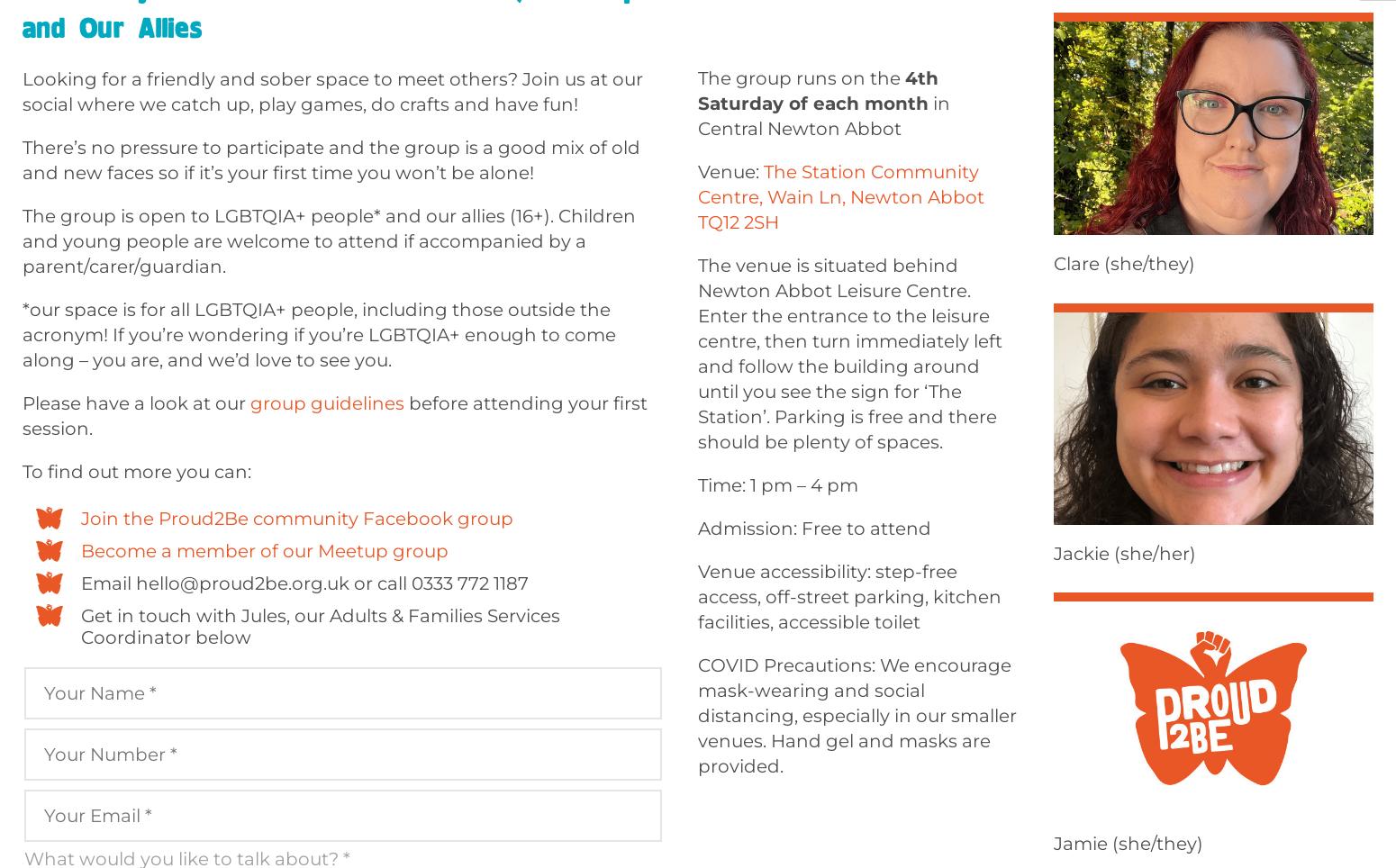  I want to click on 'before attending your first session.', so click(334, 416).